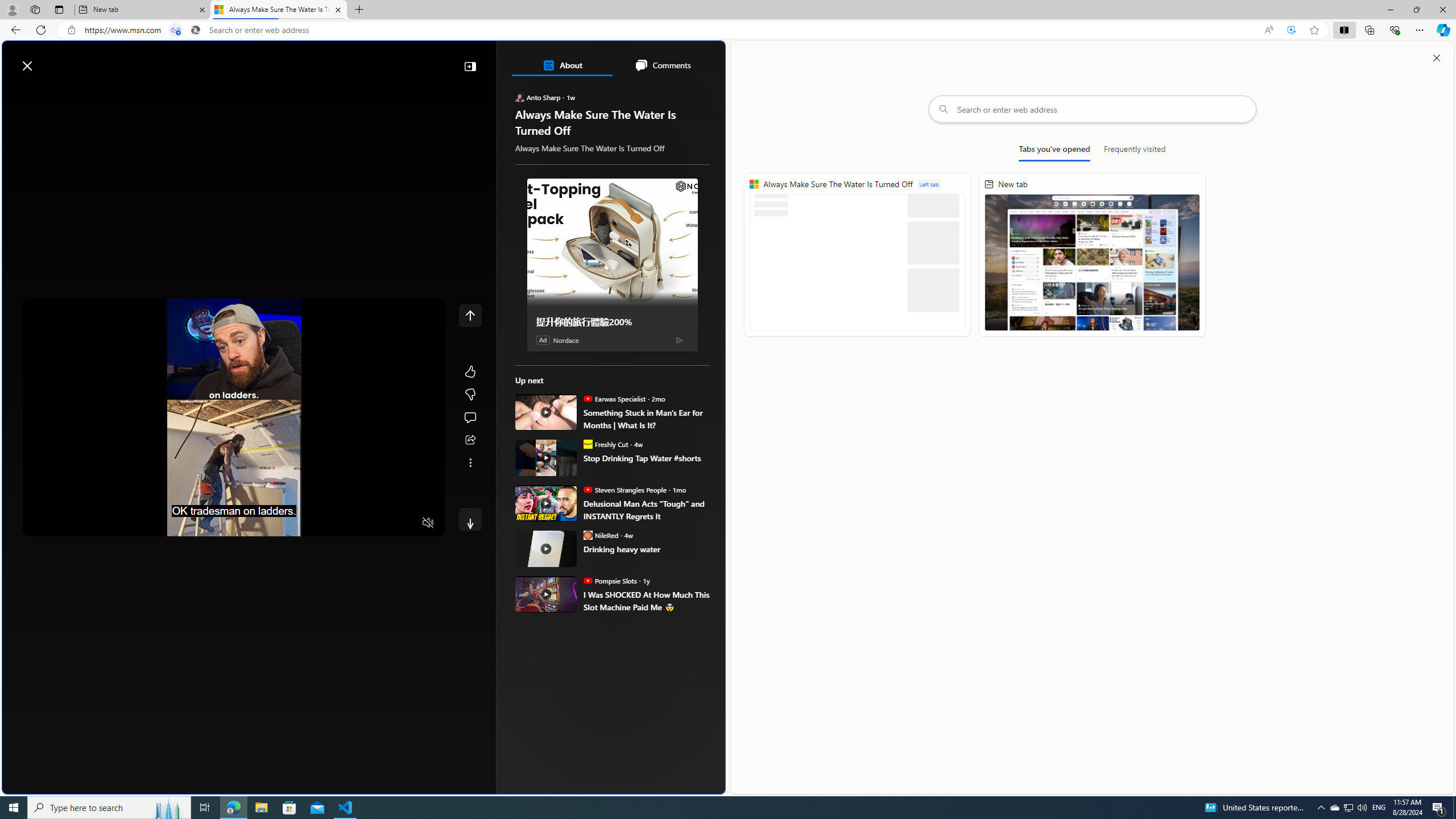  I want to click on 'Close', so click(1442, 9).